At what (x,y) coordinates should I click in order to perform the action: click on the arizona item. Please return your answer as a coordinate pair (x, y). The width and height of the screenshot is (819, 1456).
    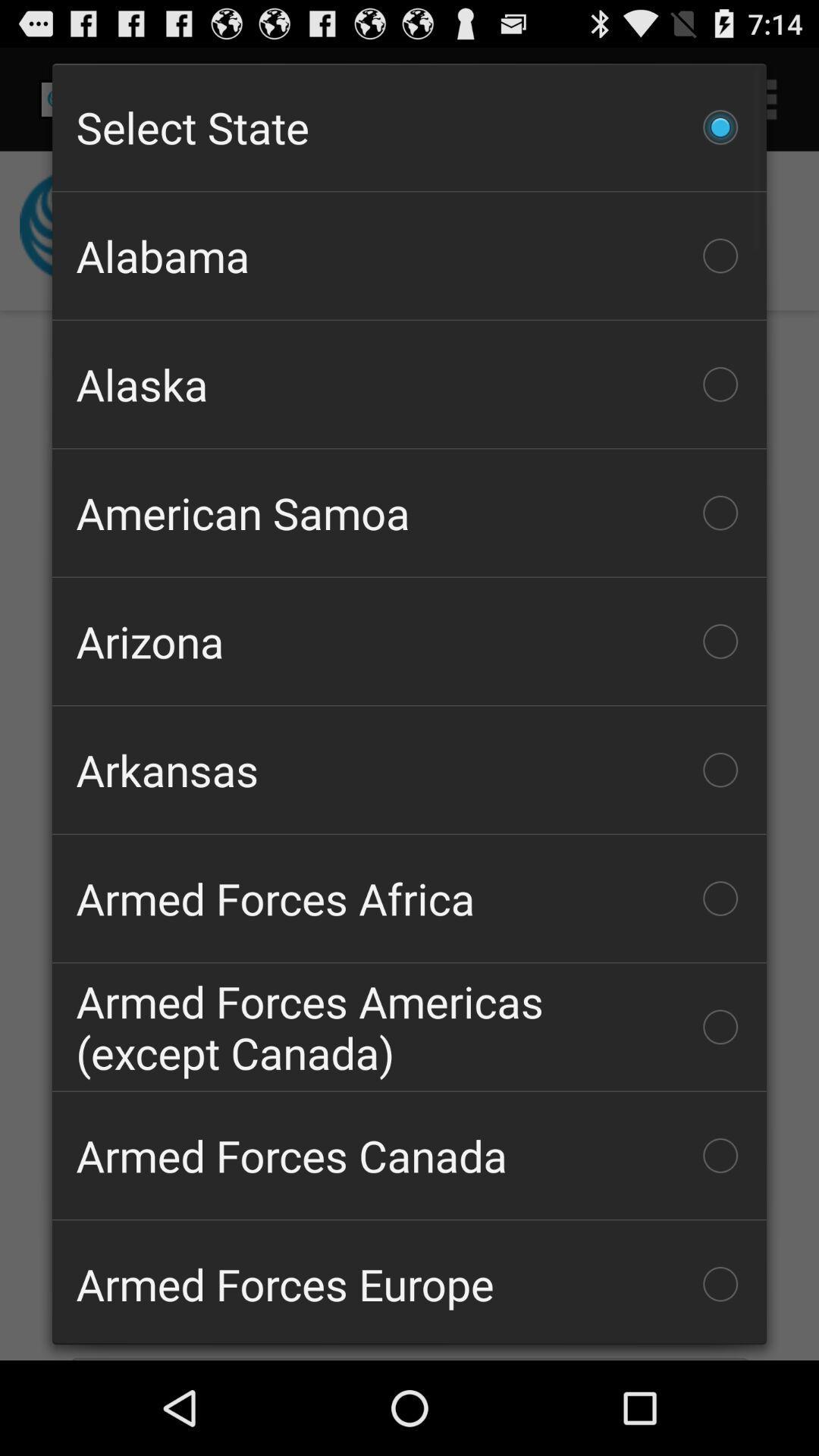
    Looking at the image, I should click on (409, 641).